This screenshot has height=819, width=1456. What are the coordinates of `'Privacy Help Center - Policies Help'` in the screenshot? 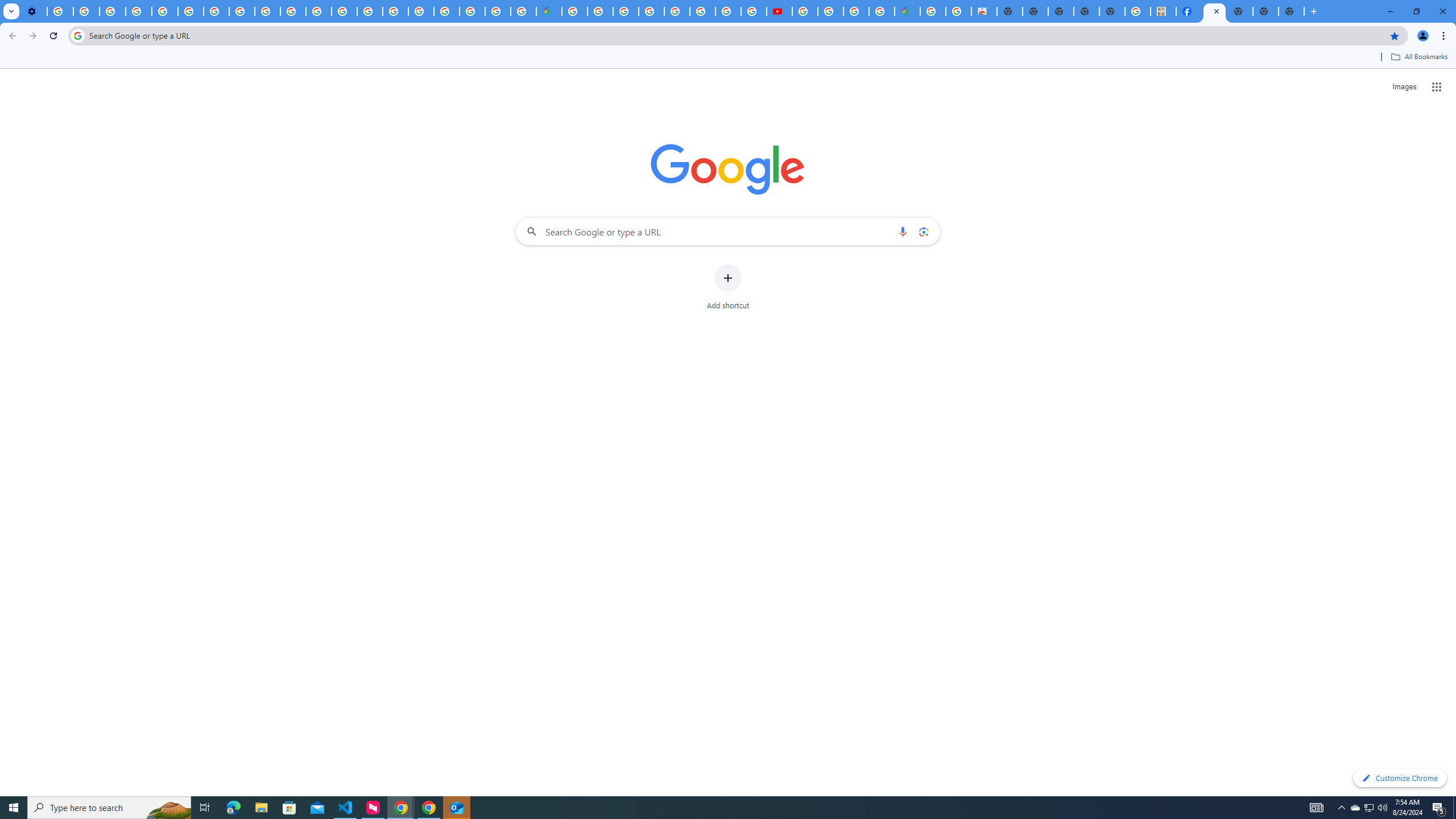 It's located at (164, 11).